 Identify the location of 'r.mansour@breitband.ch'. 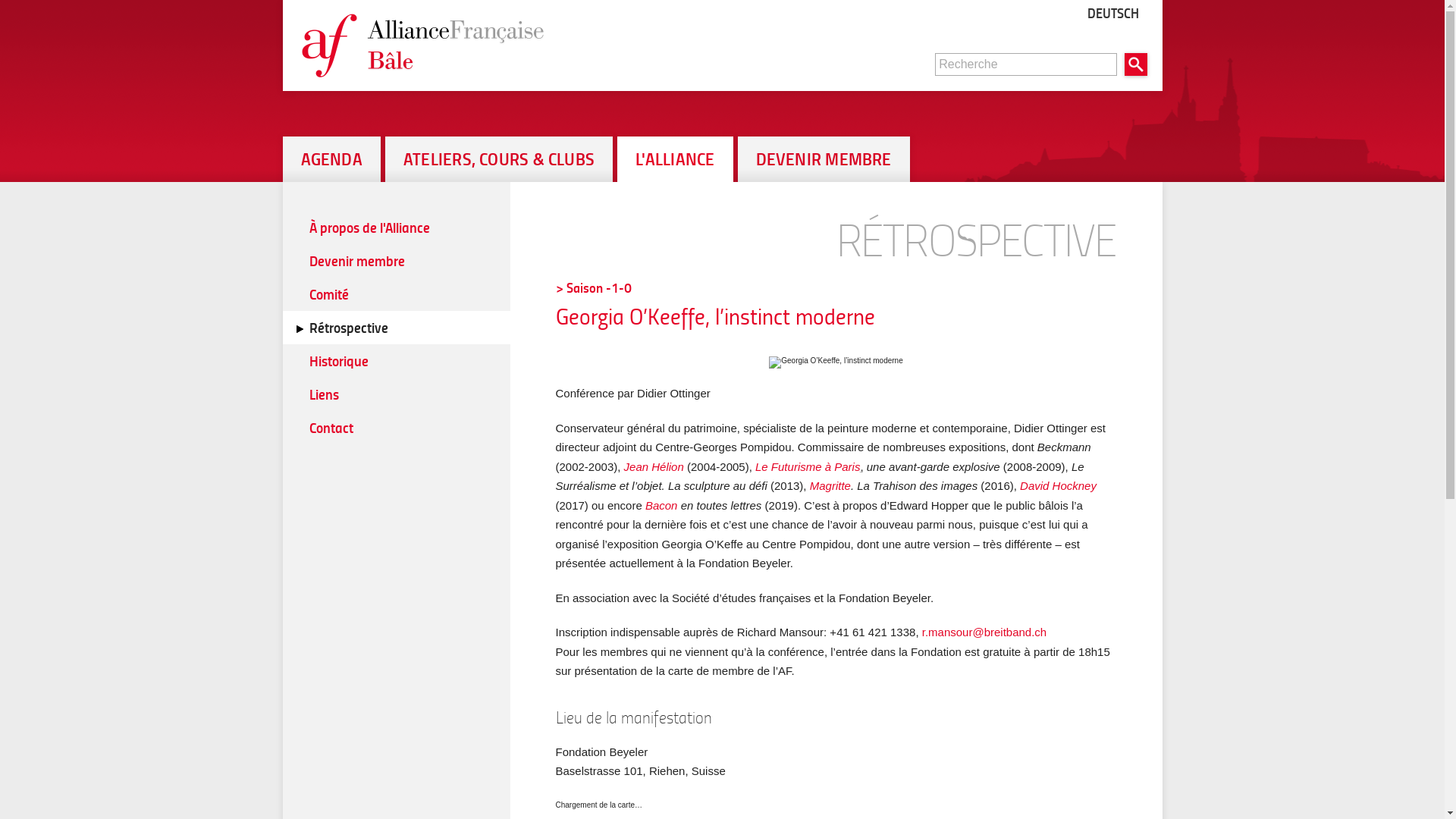
(984, 632).